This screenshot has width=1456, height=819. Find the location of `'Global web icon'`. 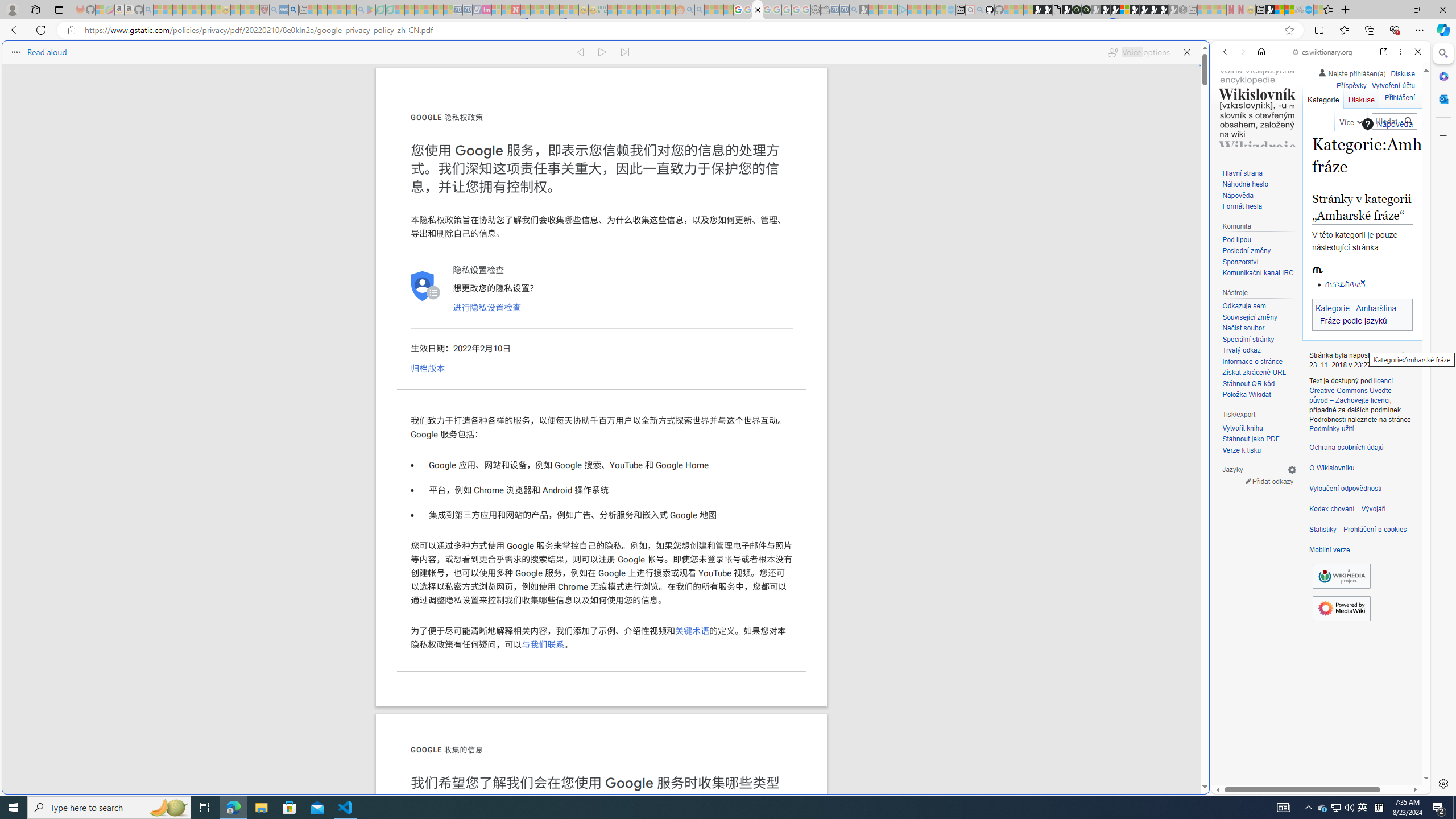

'Global web icon' is located at coordinates (1233, 786).